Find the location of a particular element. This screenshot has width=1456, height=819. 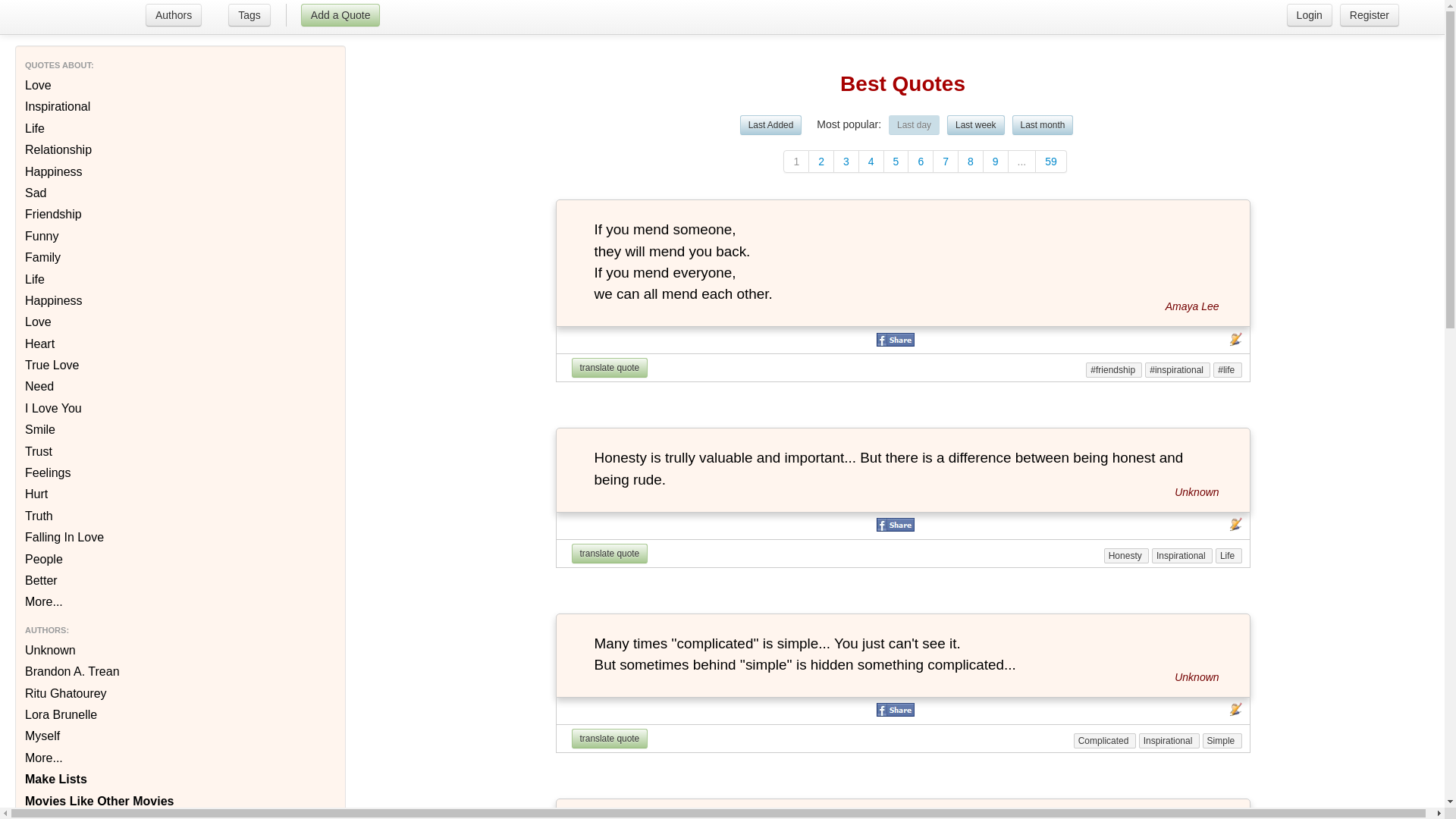

'5' is located at coordinates (896, 161).